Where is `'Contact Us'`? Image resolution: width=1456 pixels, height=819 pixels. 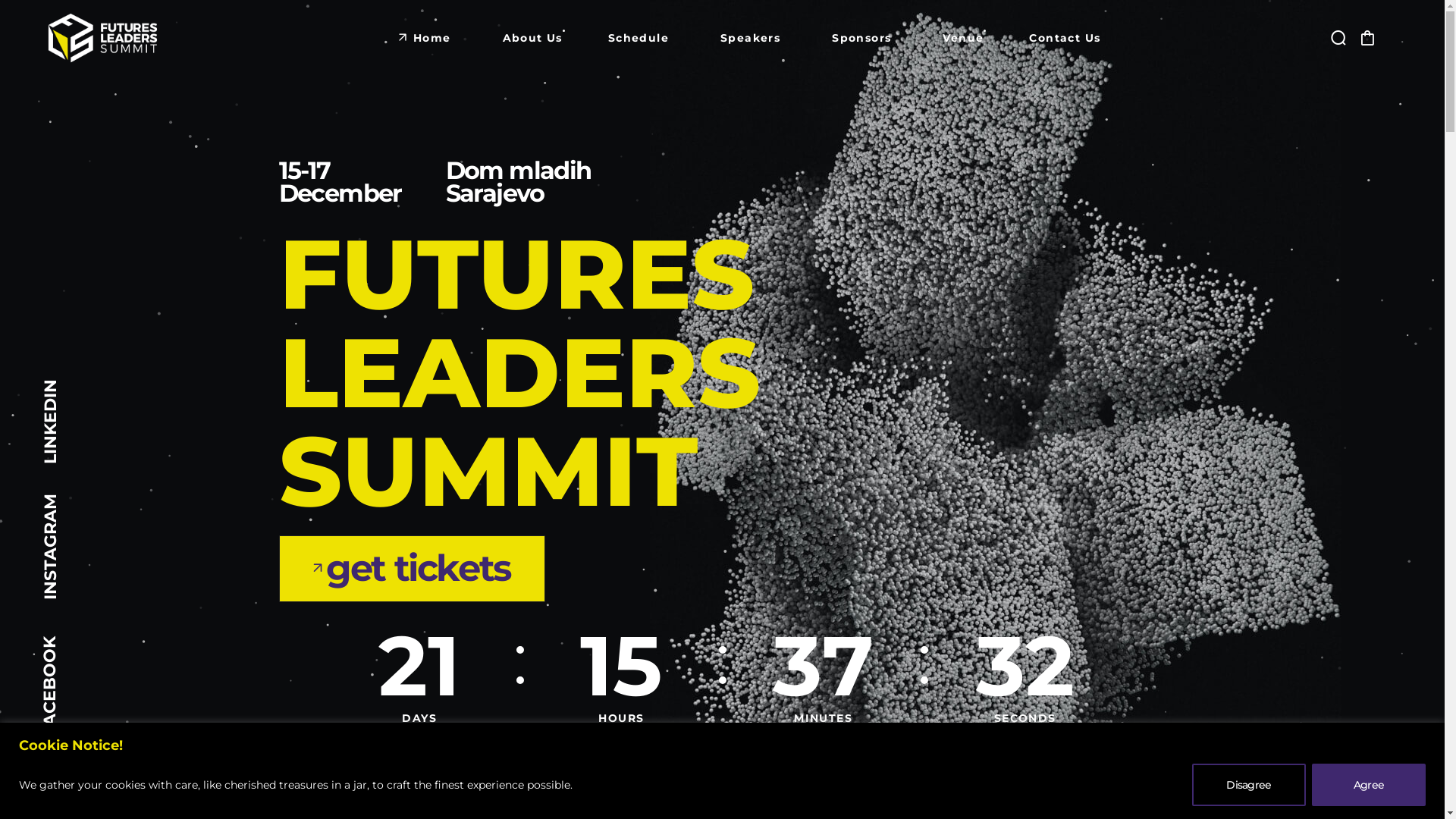 'Contact Us' is located at coordinates (1063, 37).